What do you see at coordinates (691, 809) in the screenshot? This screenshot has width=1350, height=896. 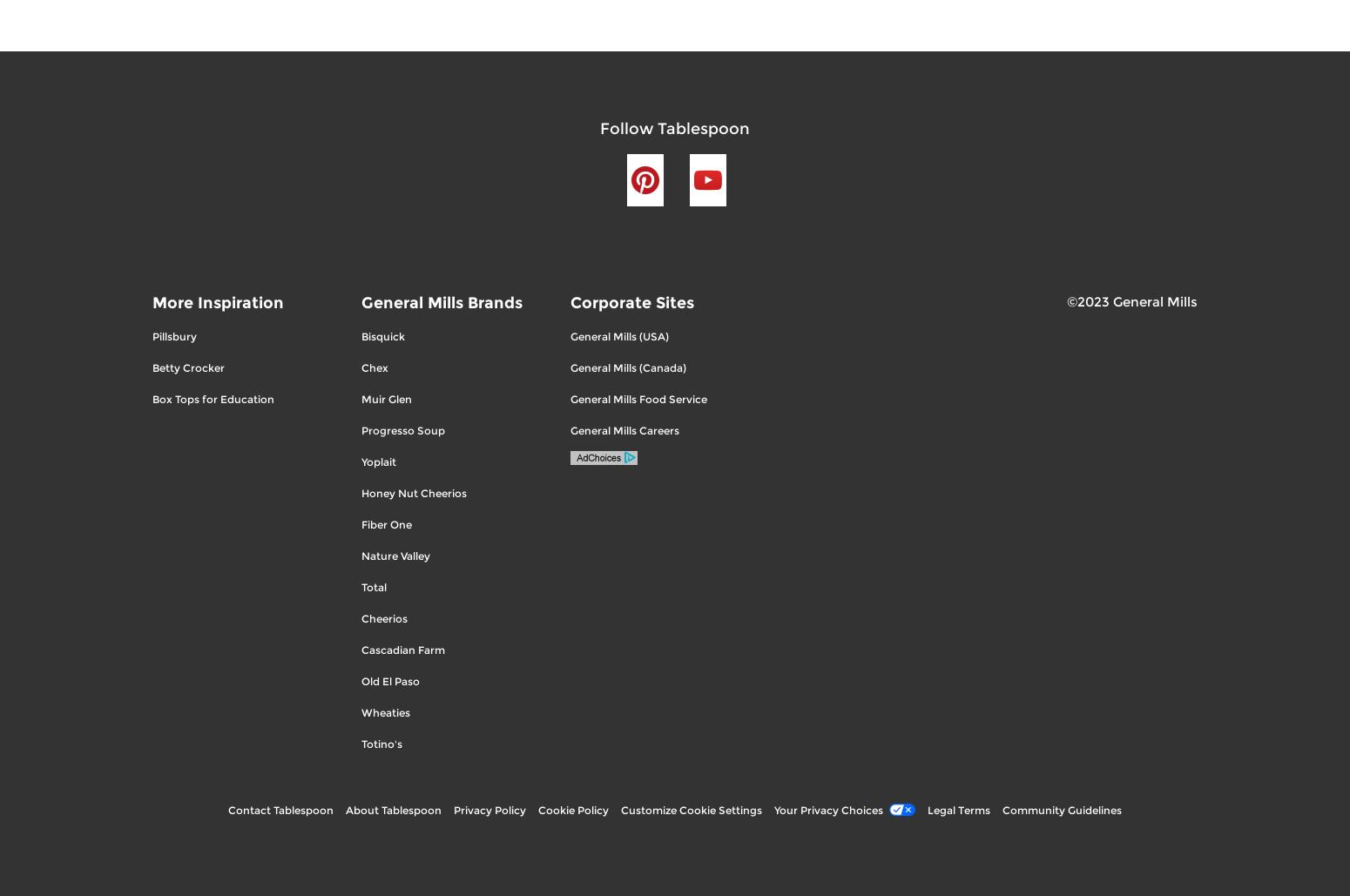 I see `'Customize Cookie Settings'` at bounding box center [691, 809].